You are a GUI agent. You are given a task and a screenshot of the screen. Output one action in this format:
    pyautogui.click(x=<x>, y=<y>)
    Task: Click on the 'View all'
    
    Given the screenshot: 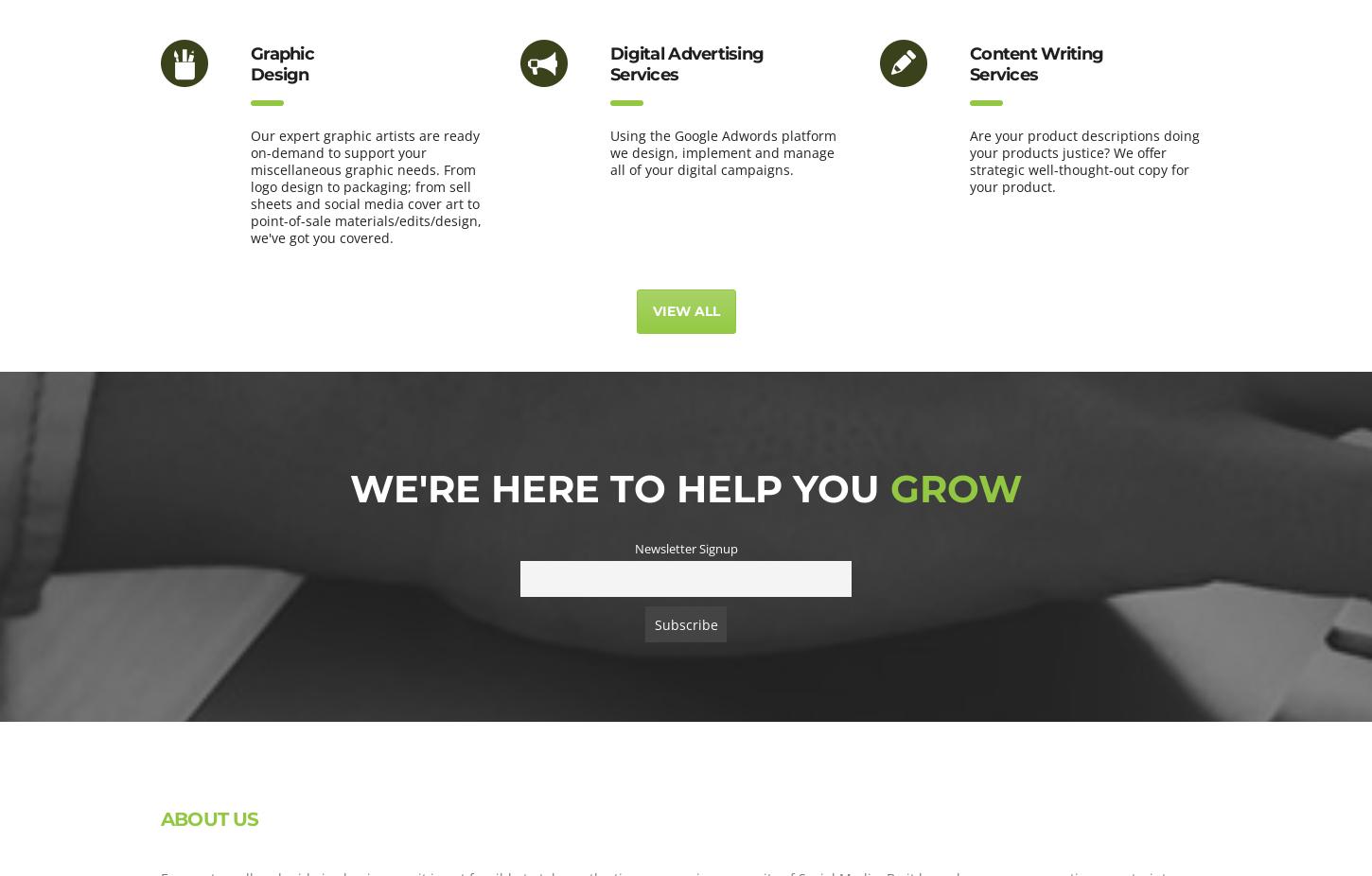 What is the action you would take?
    pyautogui.click(x=684, y=311)
    